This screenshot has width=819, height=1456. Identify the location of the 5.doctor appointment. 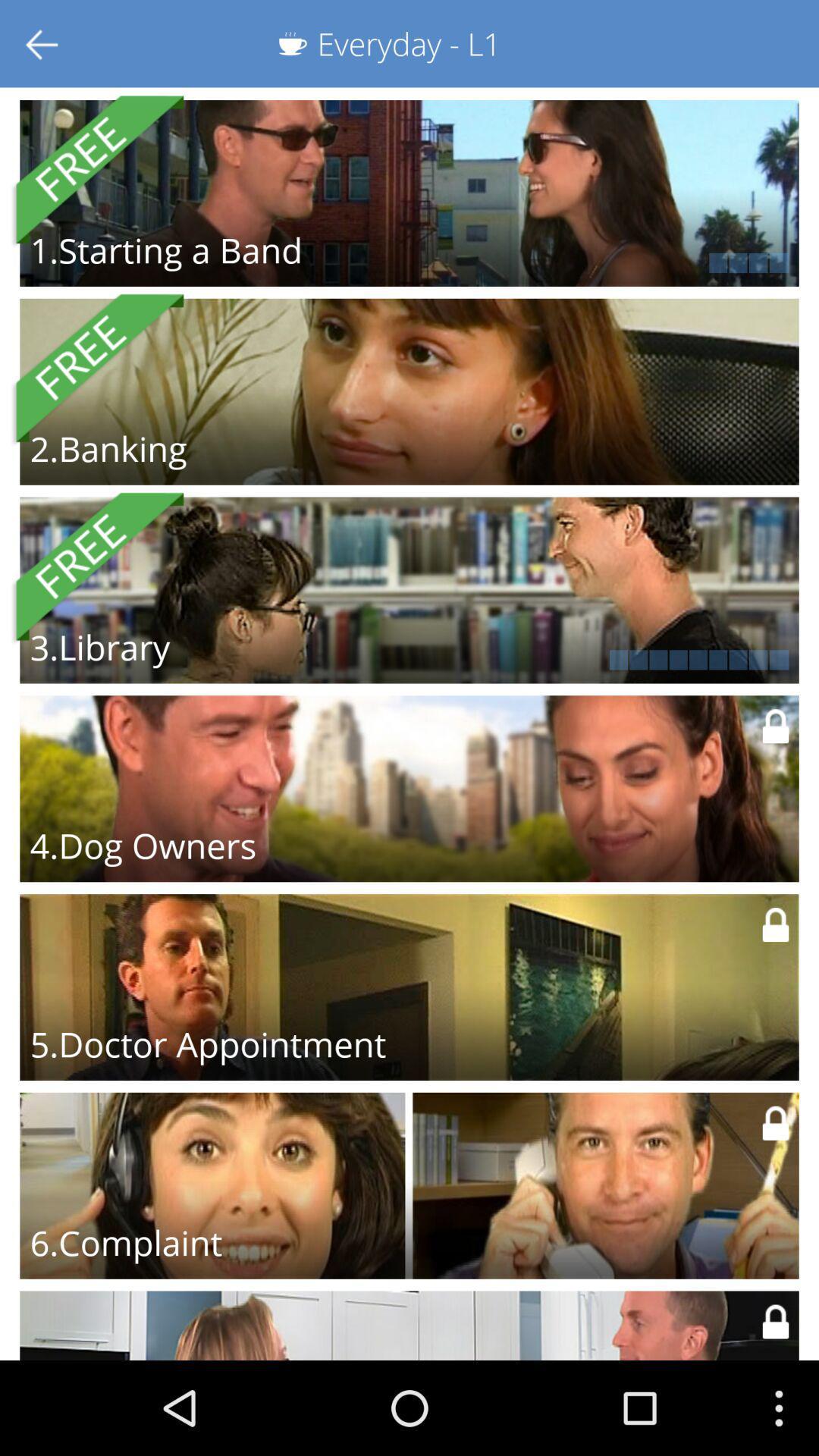
(208, 1043).